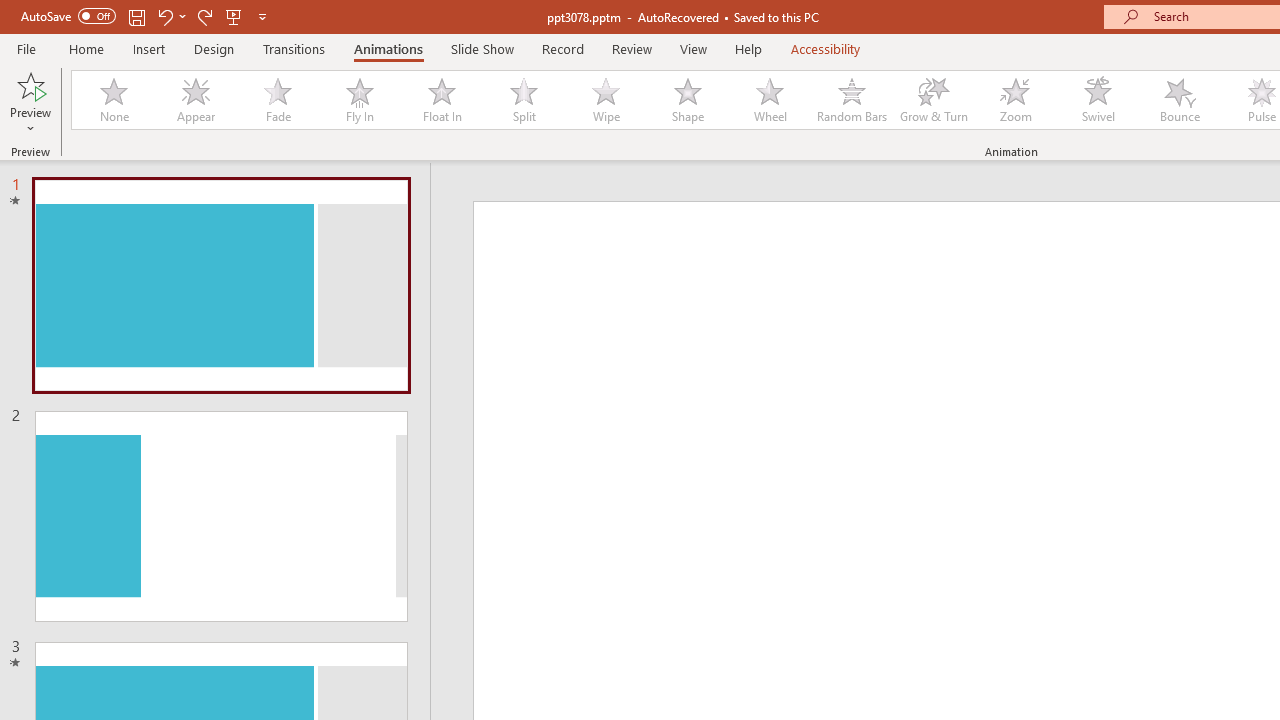  I want to click on 'Fly In', so click(359, 100).